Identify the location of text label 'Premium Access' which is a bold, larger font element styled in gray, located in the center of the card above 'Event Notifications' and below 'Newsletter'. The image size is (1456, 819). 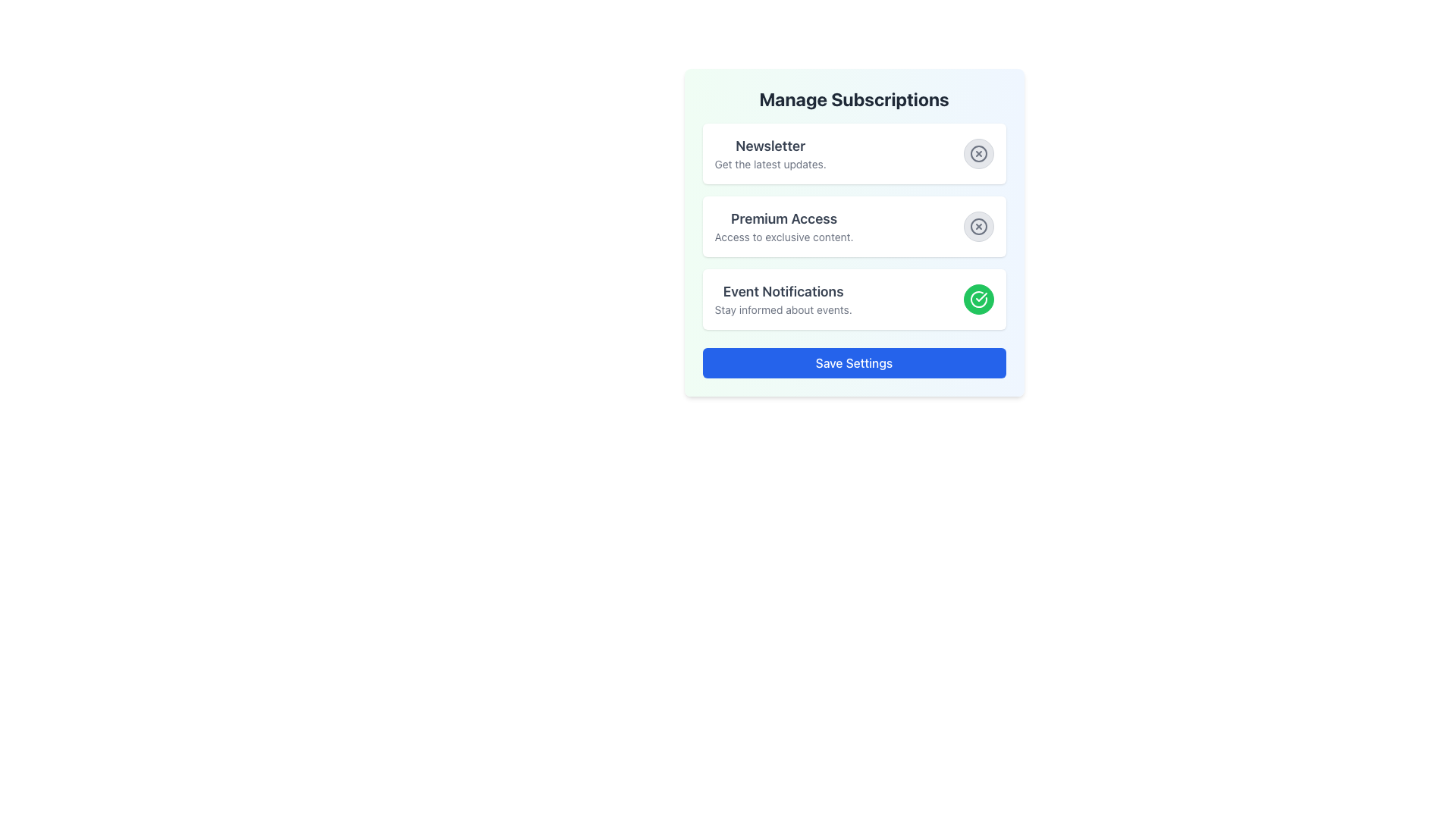
(784, 219).